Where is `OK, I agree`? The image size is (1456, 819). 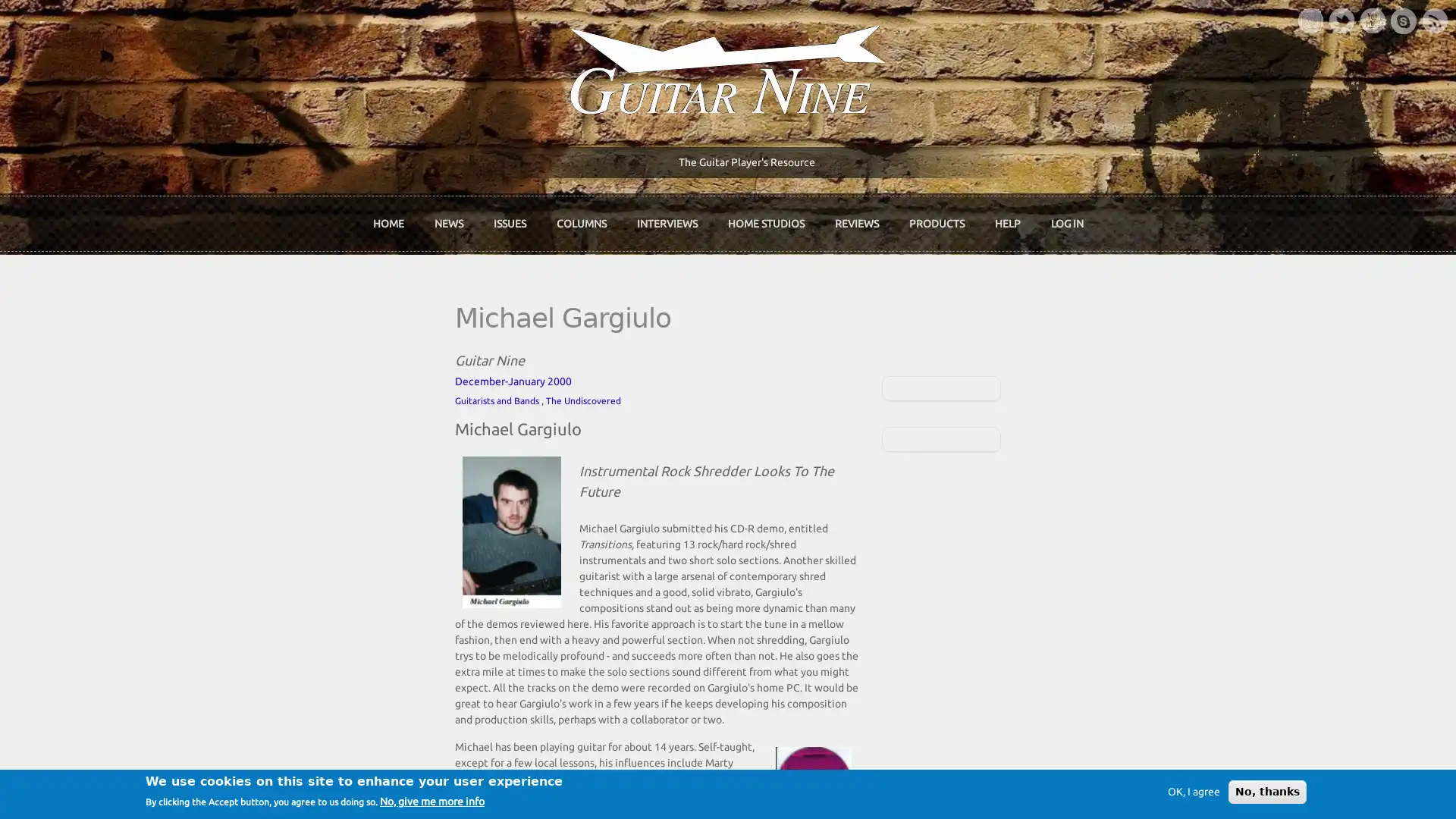 OK, I agree is located at coordinates (1193, 791).